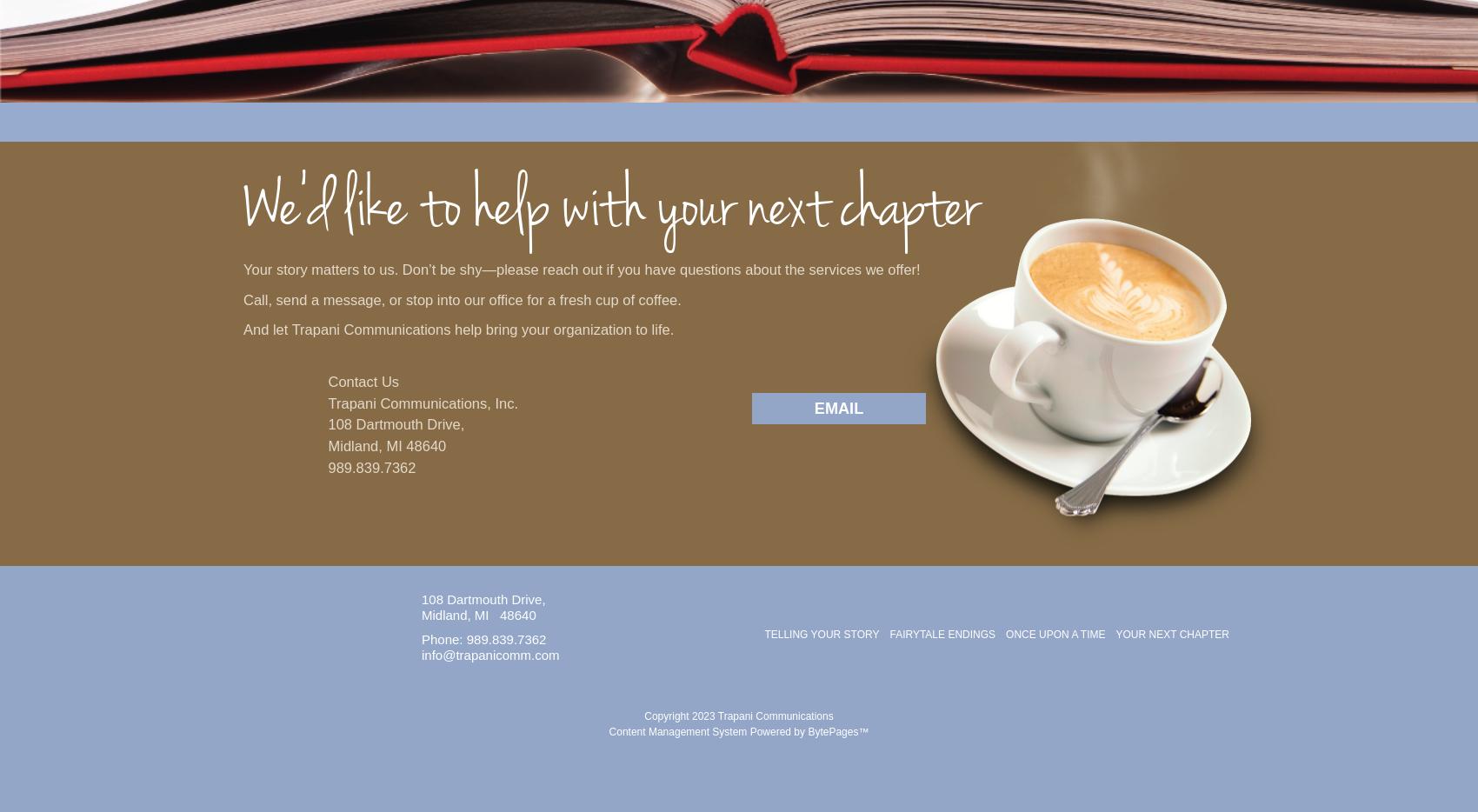 The width and height of the screenshot is (1478, 812). Describe the element at coordinates (458, 329) in the screenshot. I see `'And let Trapani Communications help bring your organization to life.'` at that location.